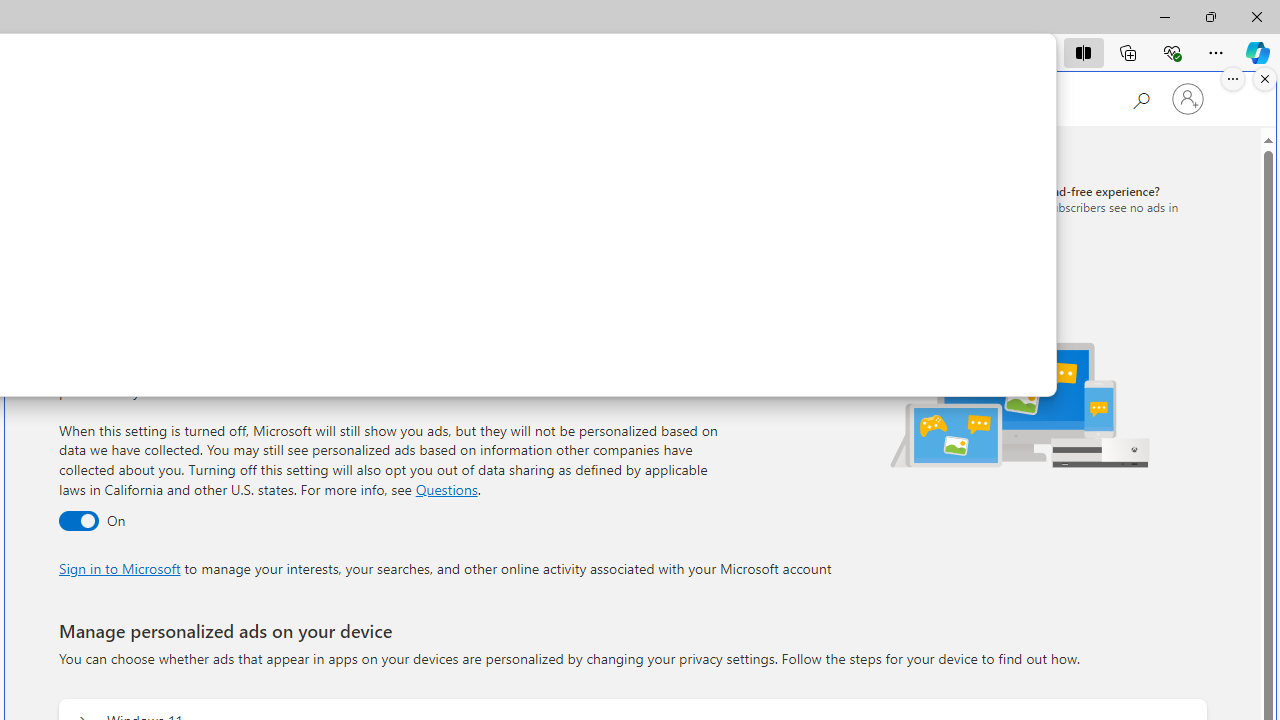  Describe the element at coordinates (1232, 78) in the screenshot. I see `'More options.'` at that location.